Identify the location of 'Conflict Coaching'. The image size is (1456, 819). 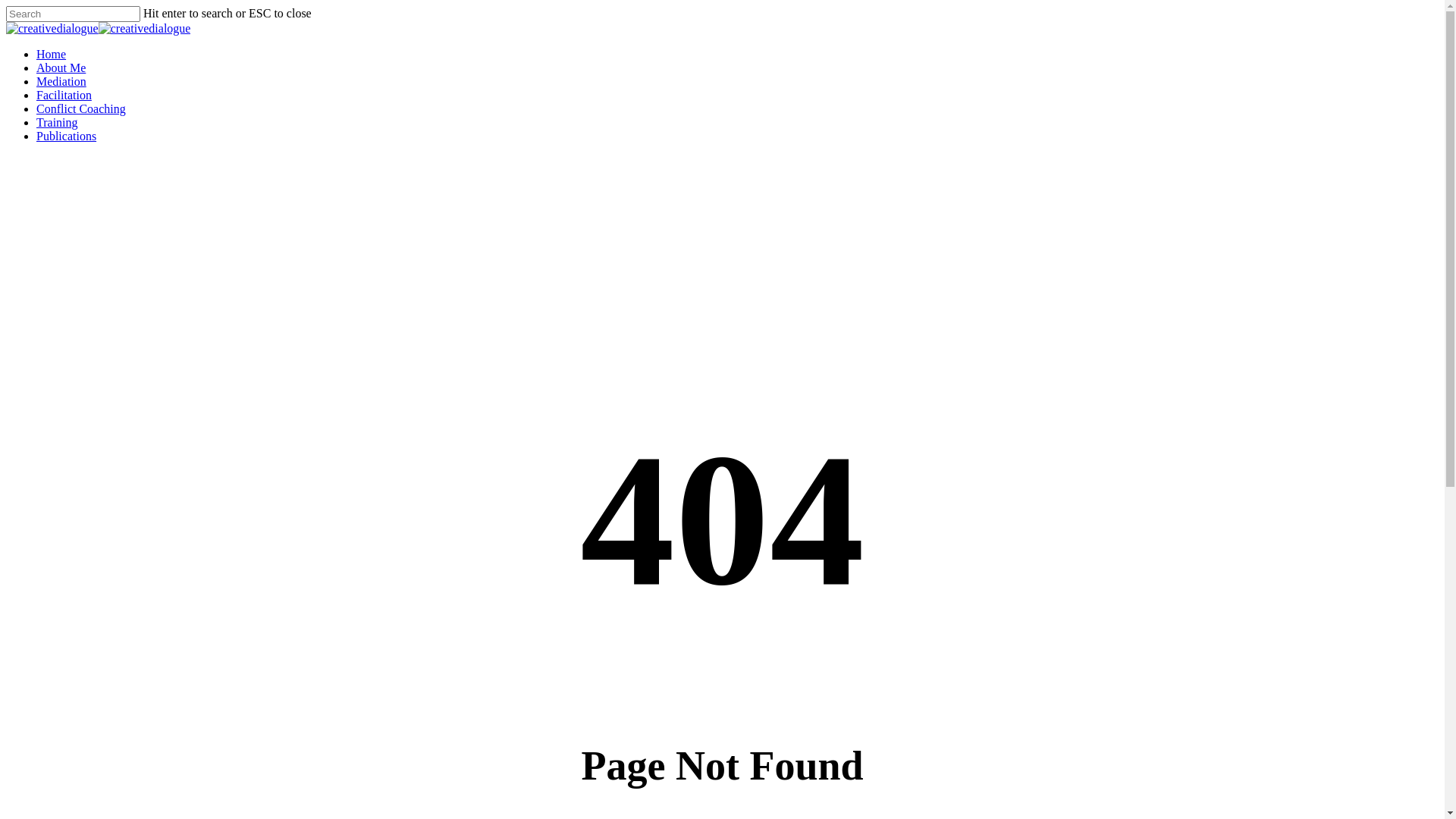
(80, 108).